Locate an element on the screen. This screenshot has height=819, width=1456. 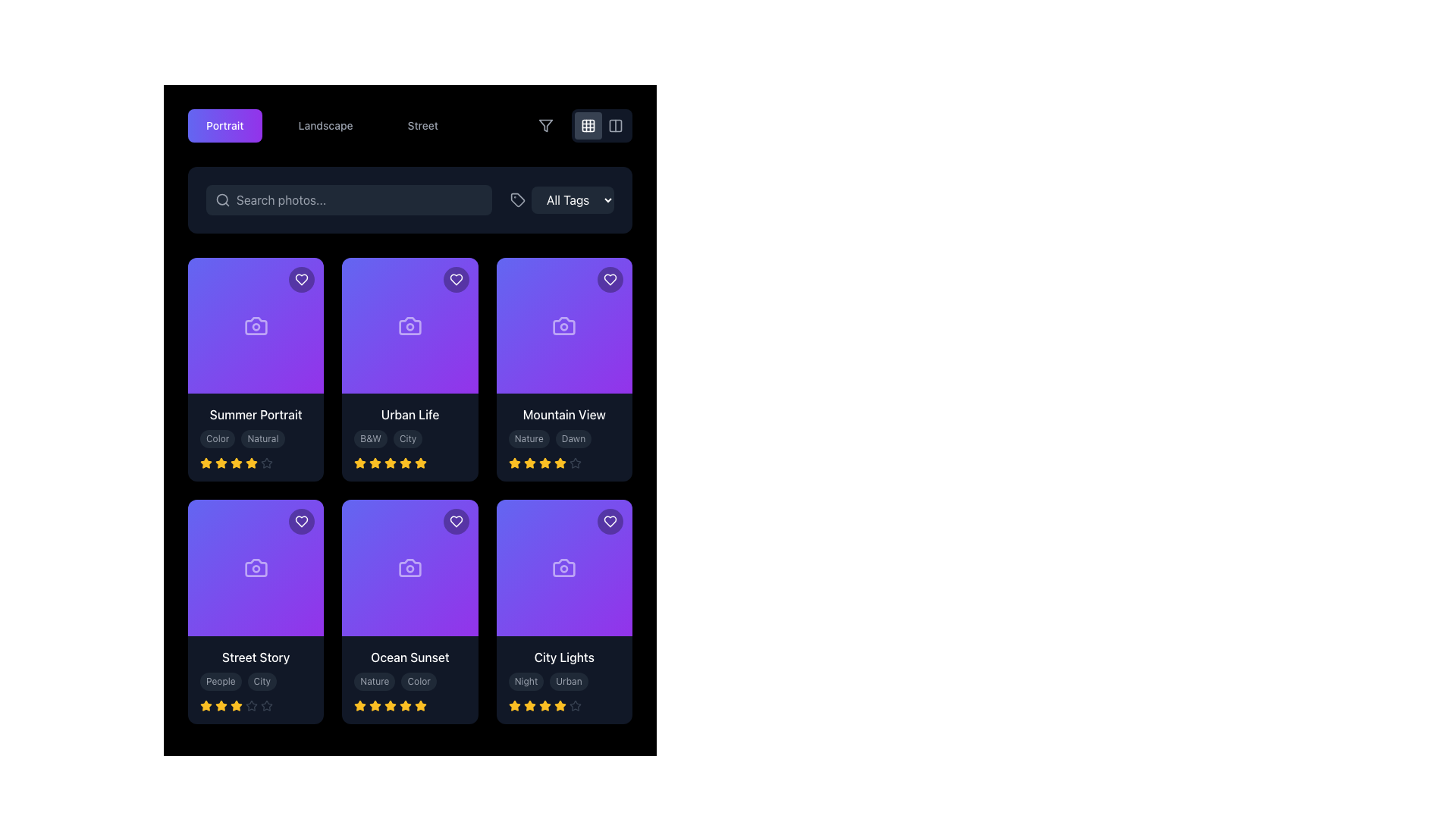
the photography icon located at the center of the 'Street Story' card, which is the first card in the second row of the grid layout is located at coordinates (256, 567).